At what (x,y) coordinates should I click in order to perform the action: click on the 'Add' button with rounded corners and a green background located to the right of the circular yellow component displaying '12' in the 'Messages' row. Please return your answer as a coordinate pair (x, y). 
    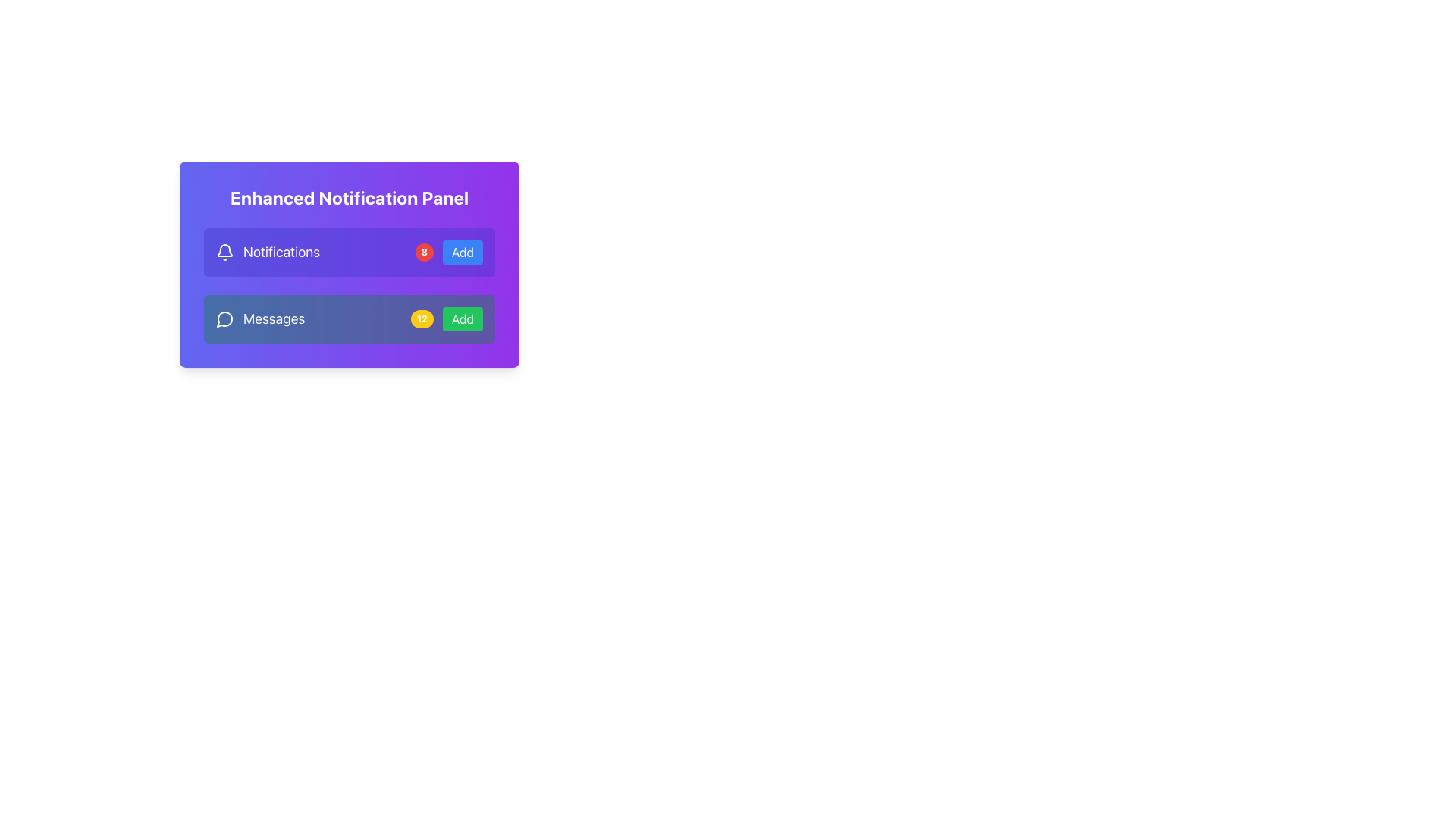
    Looking at the image, I should click on (462, 318).